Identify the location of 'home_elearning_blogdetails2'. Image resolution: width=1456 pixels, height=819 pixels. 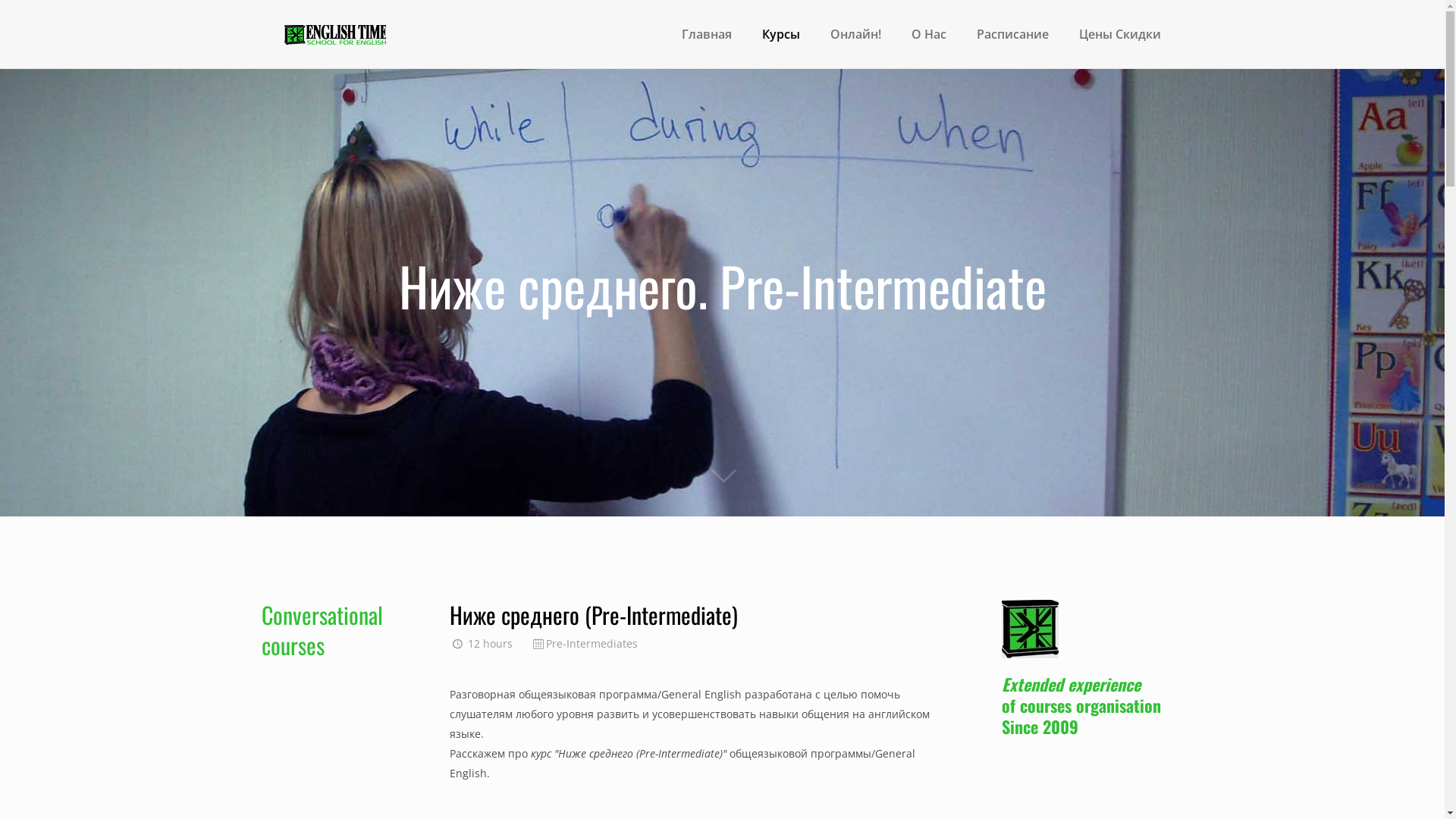
(1030, 629).